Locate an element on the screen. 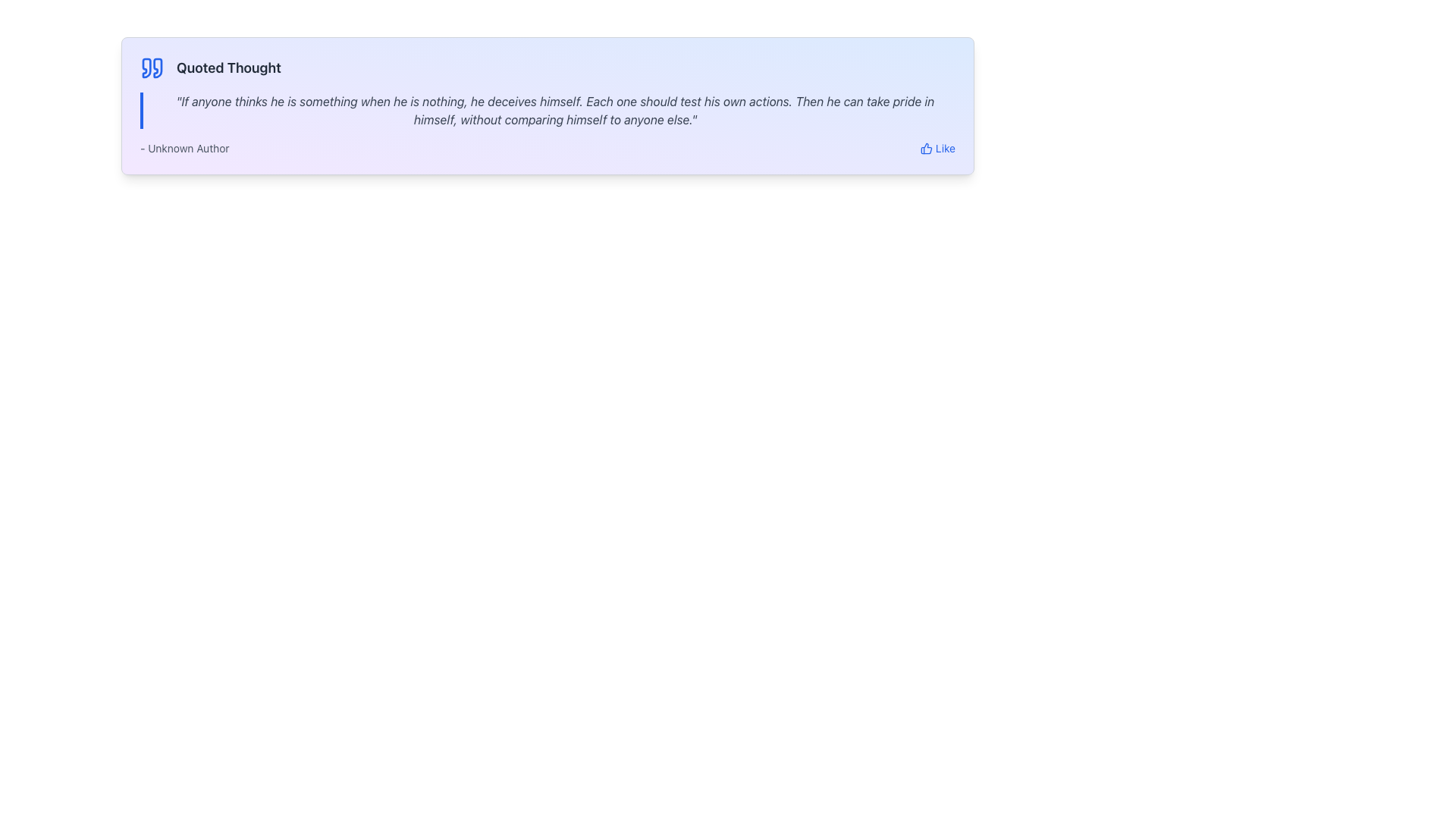 This screenshot has height=819, width=1456. the decorative quotation mark SVG graphic element located to the left of the 'Quoted Thought' text is located at coordinates (146, 67).